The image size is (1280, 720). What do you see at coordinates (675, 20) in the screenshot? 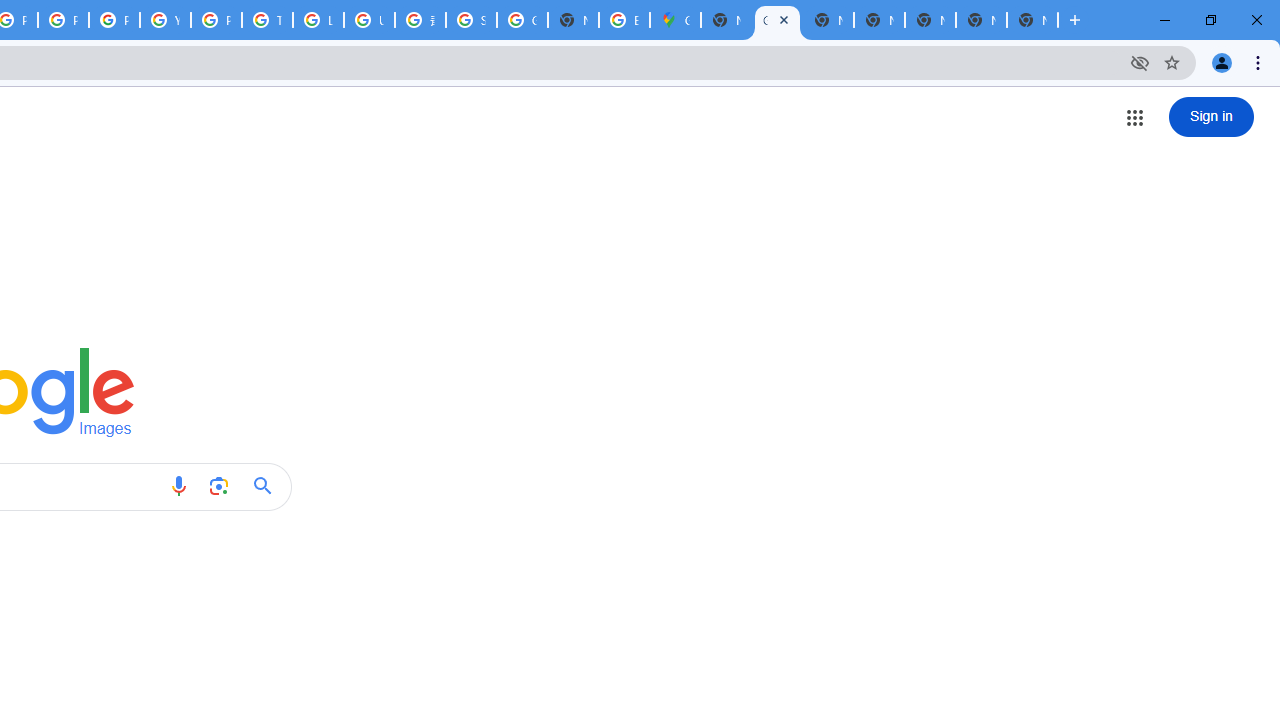
I see `'Google Maps'` at bounding box center [675, 20].